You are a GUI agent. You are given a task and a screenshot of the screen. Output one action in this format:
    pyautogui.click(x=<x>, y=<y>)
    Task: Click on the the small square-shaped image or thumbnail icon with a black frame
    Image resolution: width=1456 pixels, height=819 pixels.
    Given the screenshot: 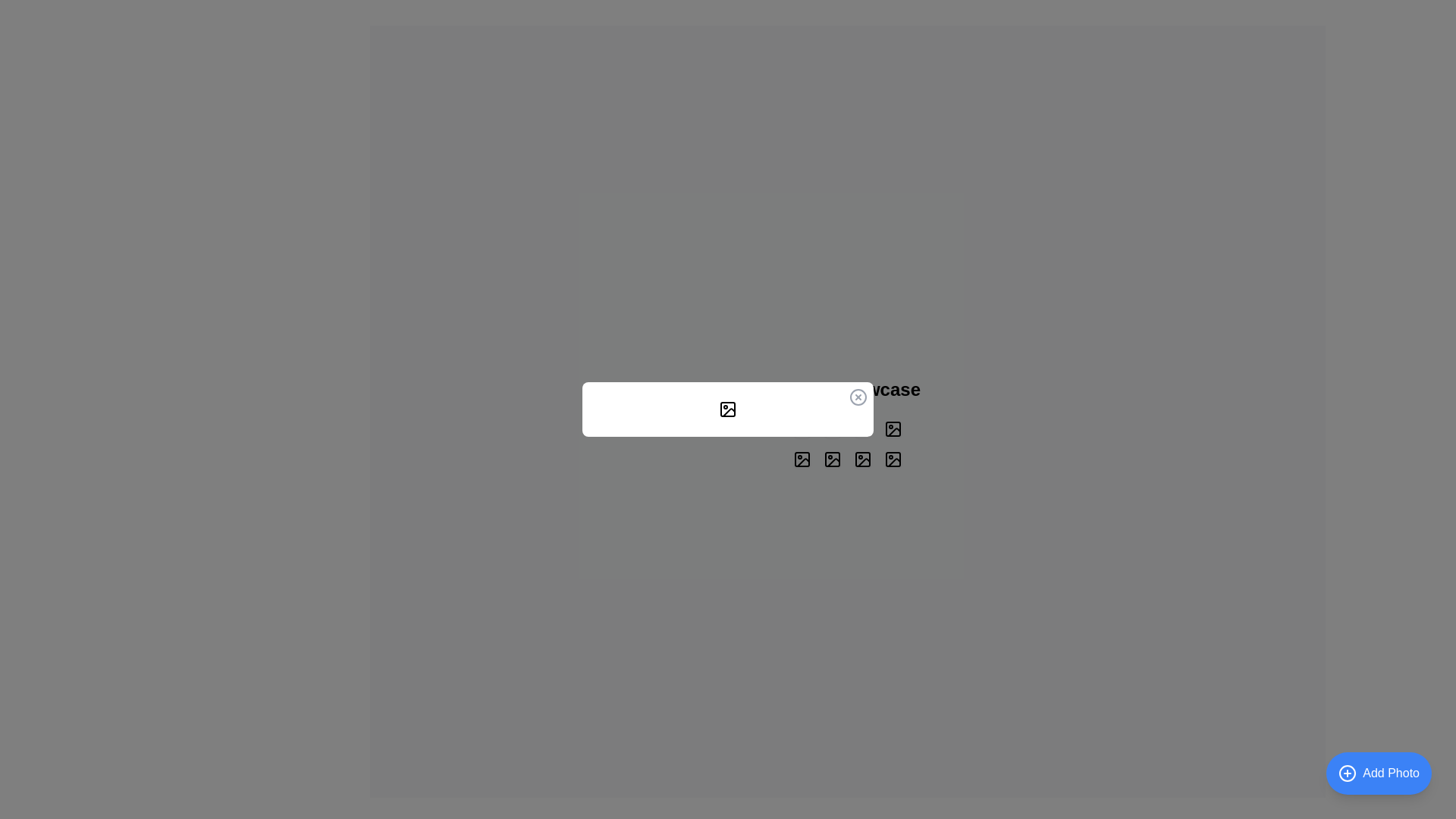 What is the action you would take?
    pyautogui.click(x=893, y=429)
    